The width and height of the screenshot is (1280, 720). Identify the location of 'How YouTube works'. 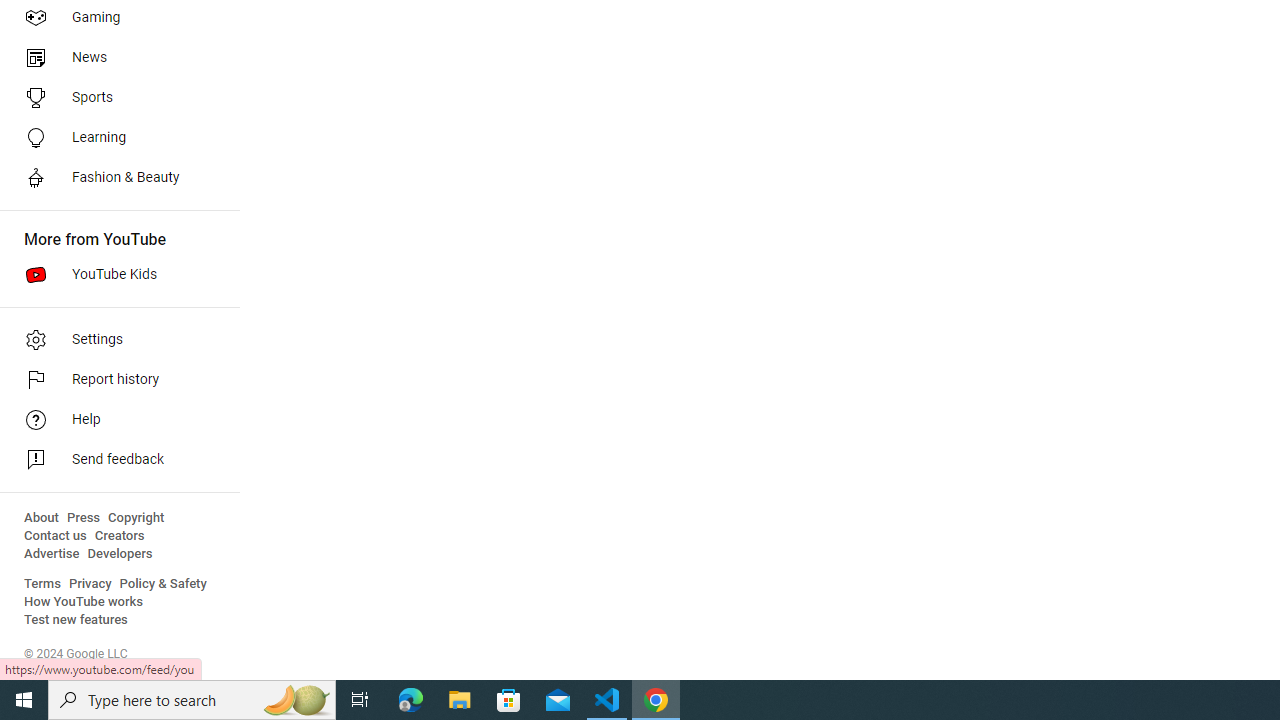
(82, 601).